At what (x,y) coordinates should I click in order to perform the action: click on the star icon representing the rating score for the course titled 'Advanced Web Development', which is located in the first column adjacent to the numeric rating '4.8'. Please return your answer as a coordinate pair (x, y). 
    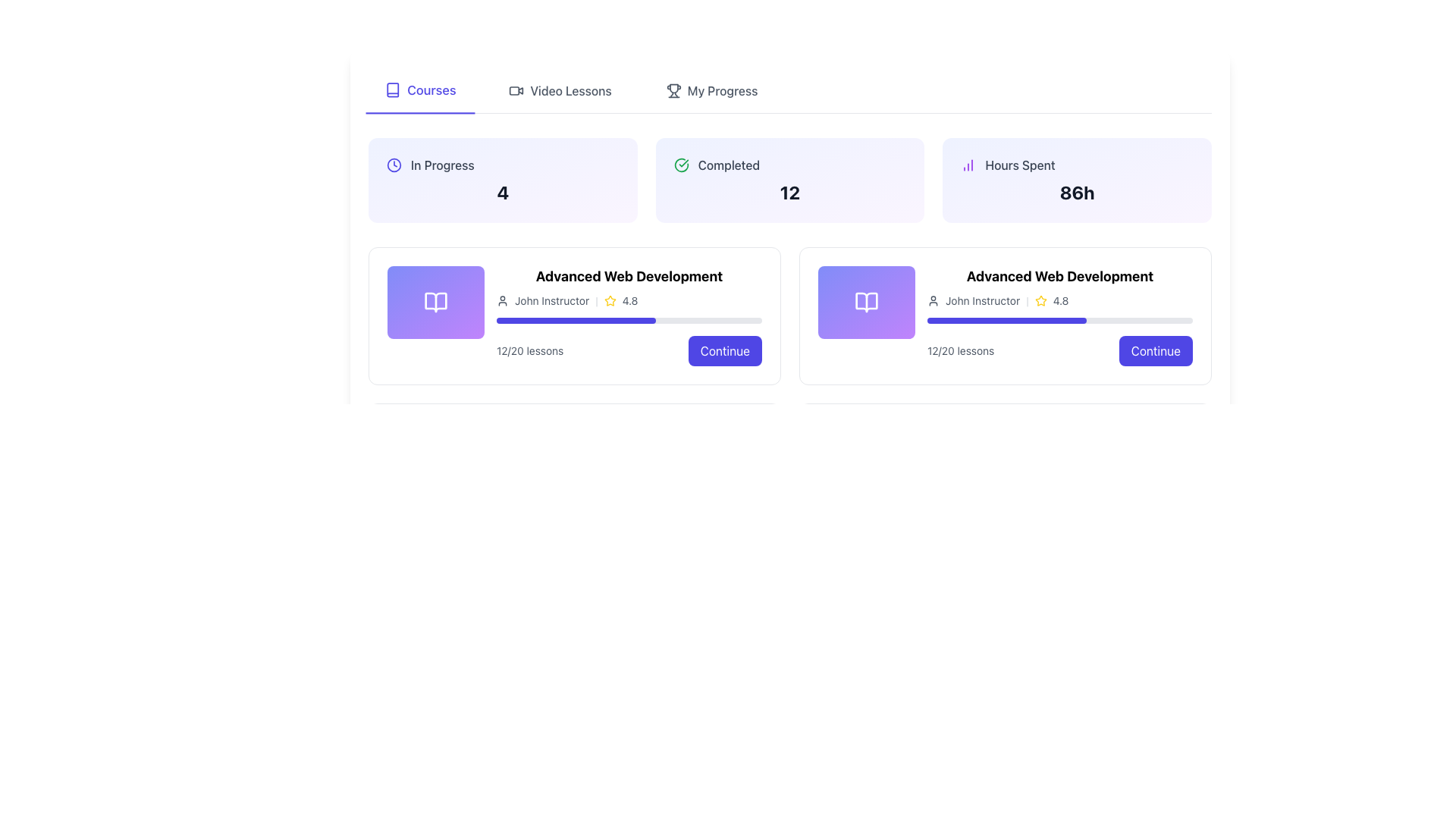
    Looking at the image, I should click on (1040, 300).